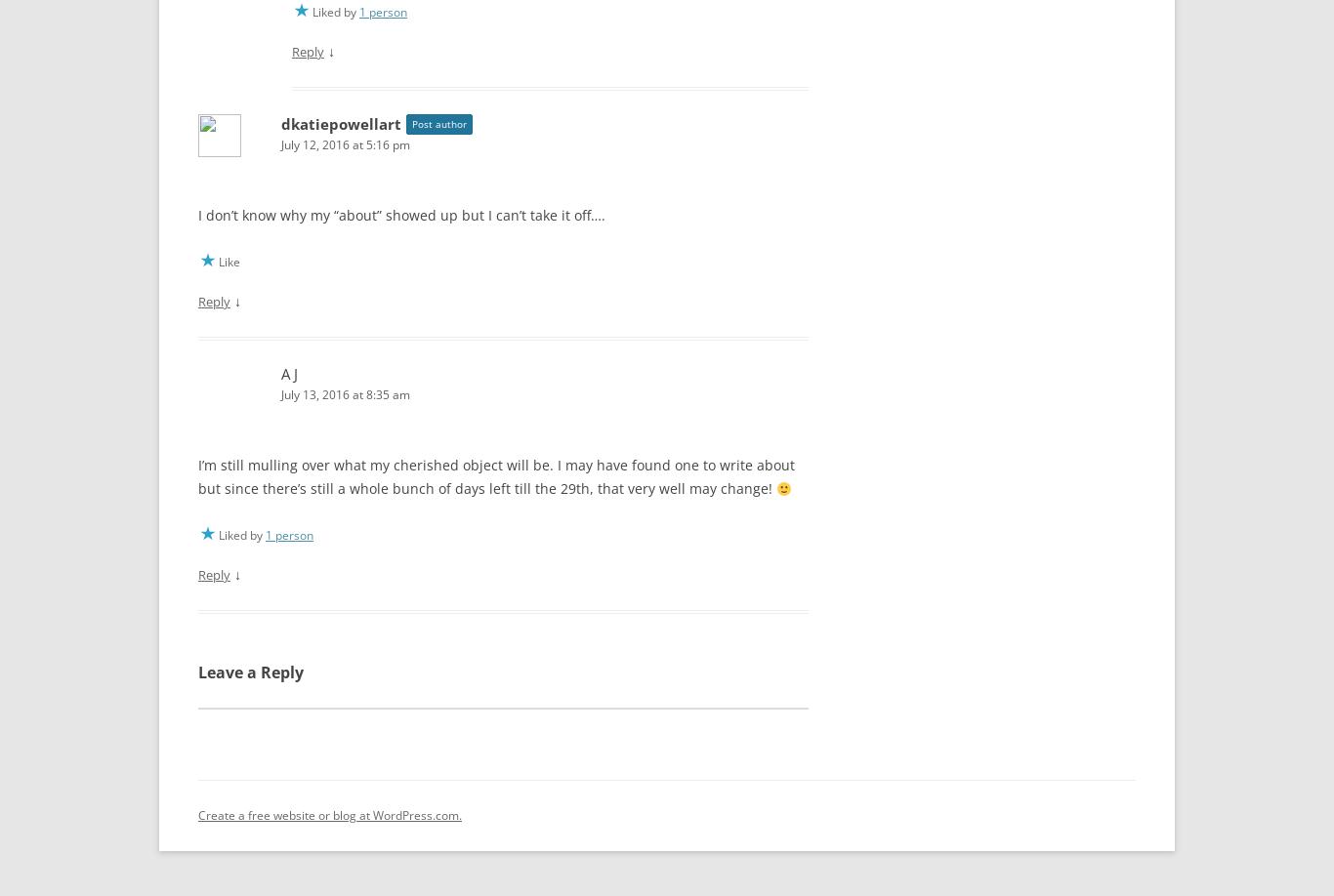  Describe the element at coordinates (340, 118) in the screenshot. I see `'dkatiepowellart'` at that location.